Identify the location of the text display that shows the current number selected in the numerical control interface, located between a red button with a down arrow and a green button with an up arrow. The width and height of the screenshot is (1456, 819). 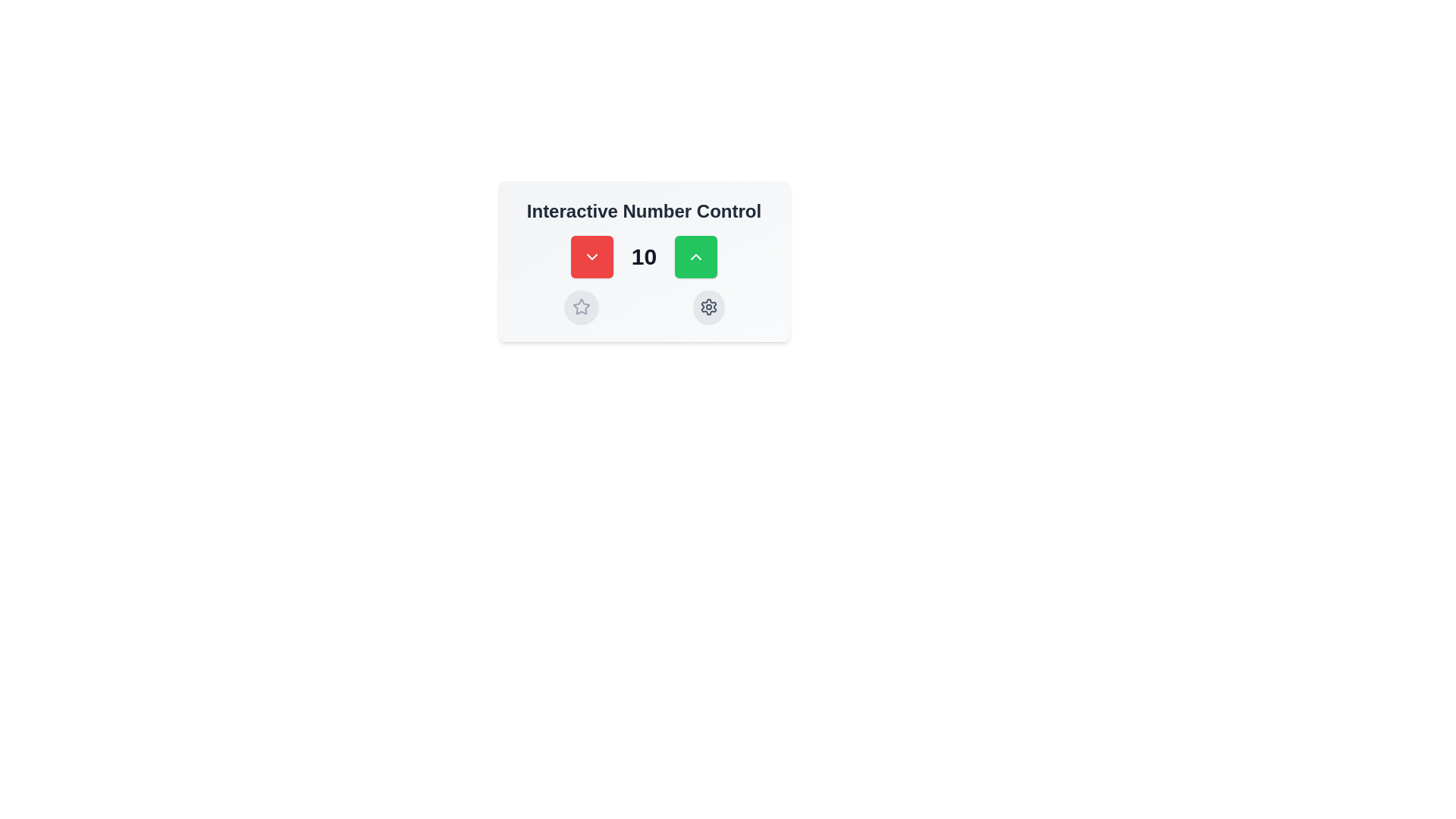
(644, 256).